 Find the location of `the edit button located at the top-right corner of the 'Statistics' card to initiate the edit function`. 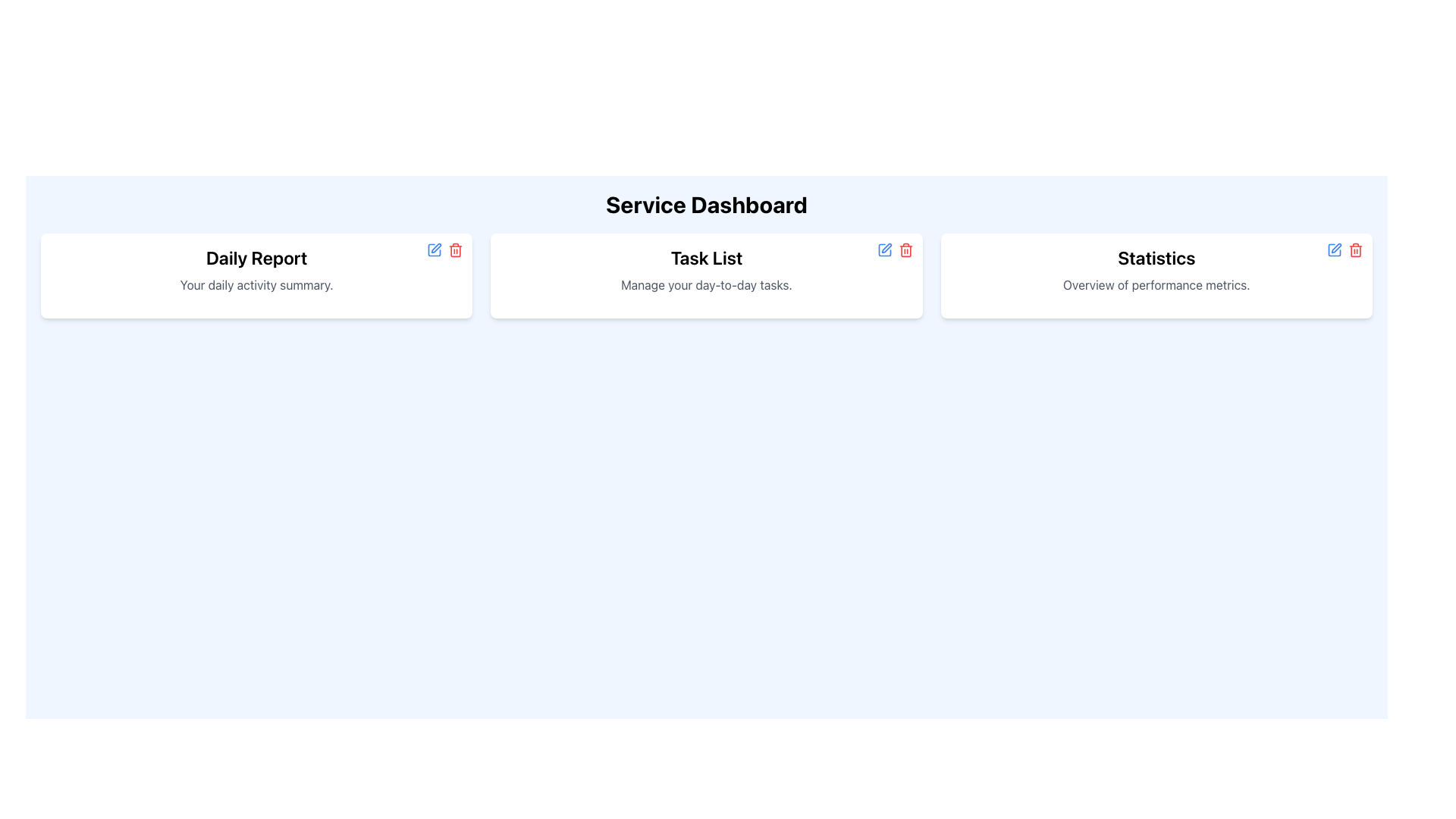

the edit button located at the top-right corner of the 'Statistics' card to initiate the edit function is located at coordinates (1335, 249).